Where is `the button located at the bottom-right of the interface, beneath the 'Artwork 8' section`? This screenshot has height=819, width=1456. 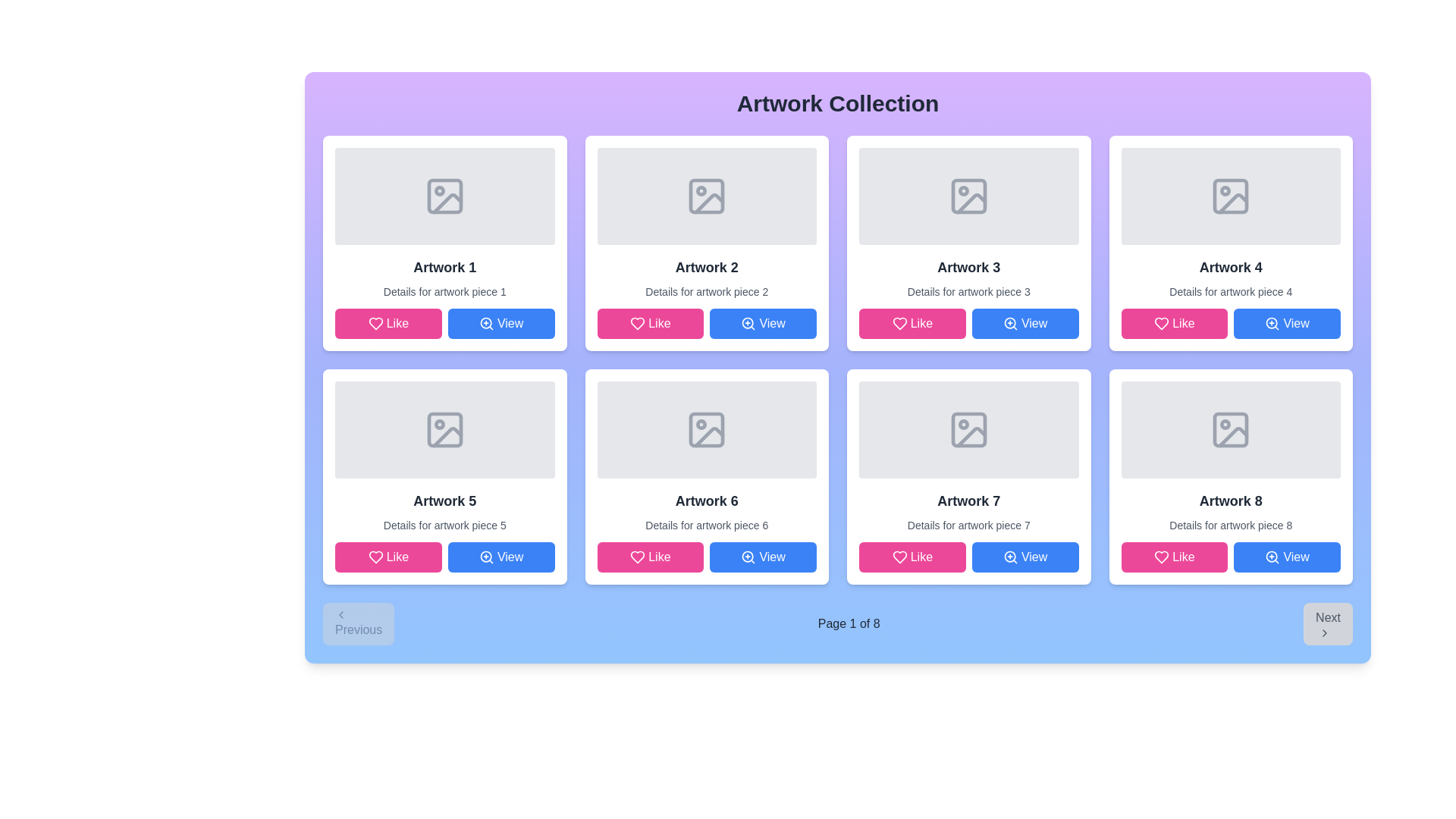
the button located at the bottom-right of the interface, beneath the 'Artwork 8' section is located at coordinates (1286, 557).